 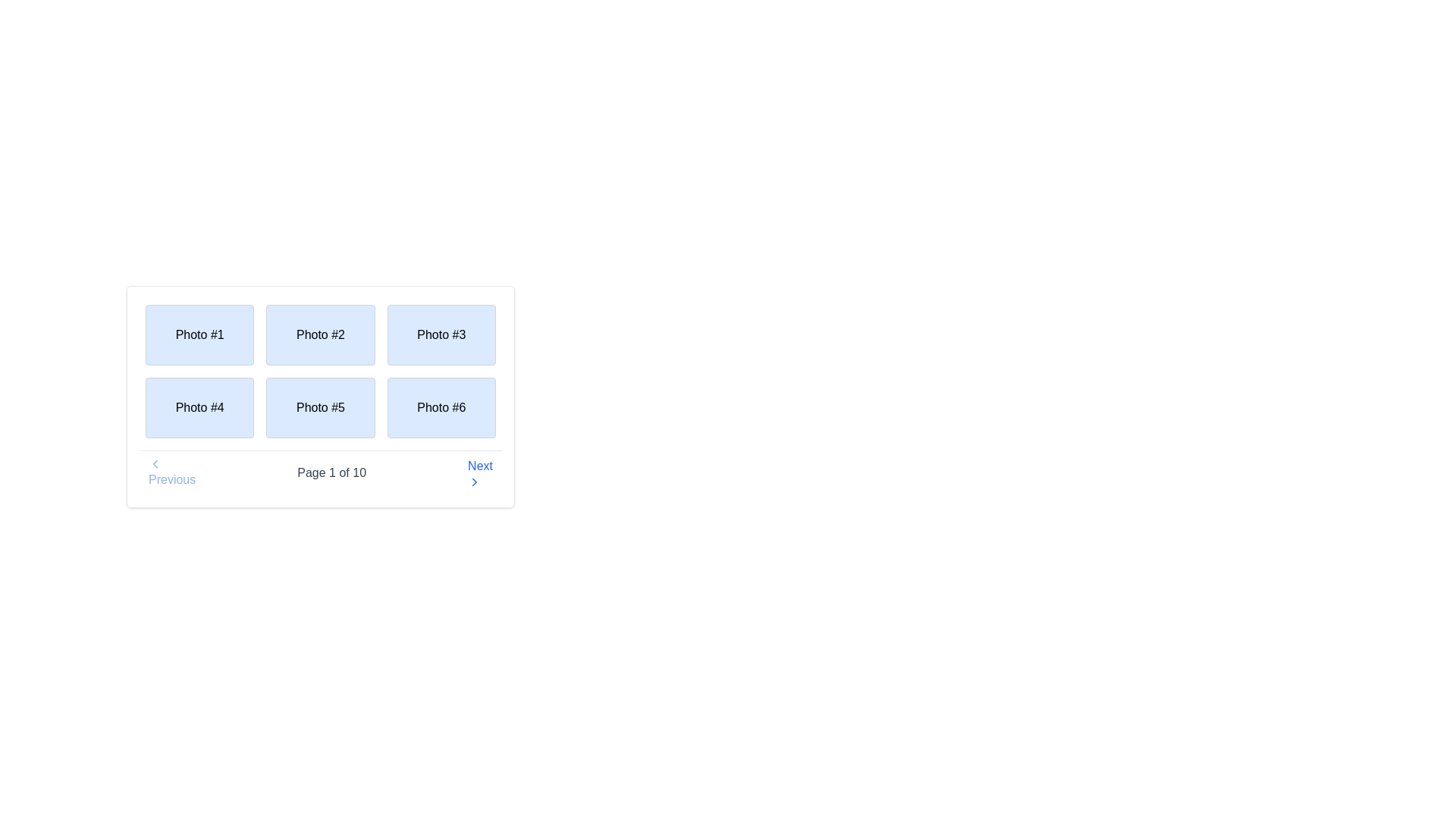 What do you see at coordinates (479, 472) in the screenshot?
I see `the navigation button located at the bottom-right corner of the interface` at bounding box center [479, 472].